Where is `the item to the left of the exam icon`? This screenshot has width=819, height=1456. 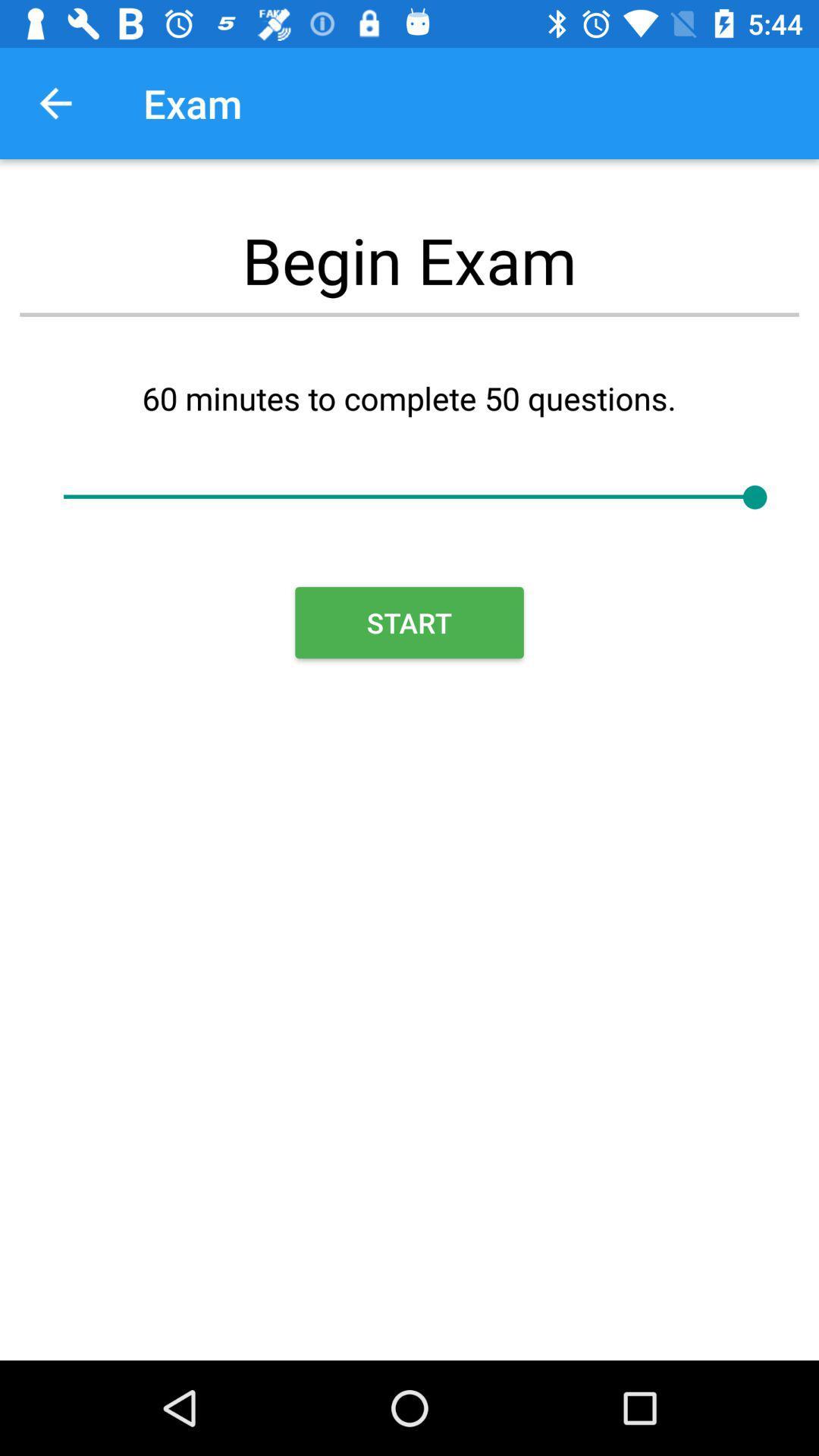
the item to the left of the exam icon is located at coordinates (55, 102).